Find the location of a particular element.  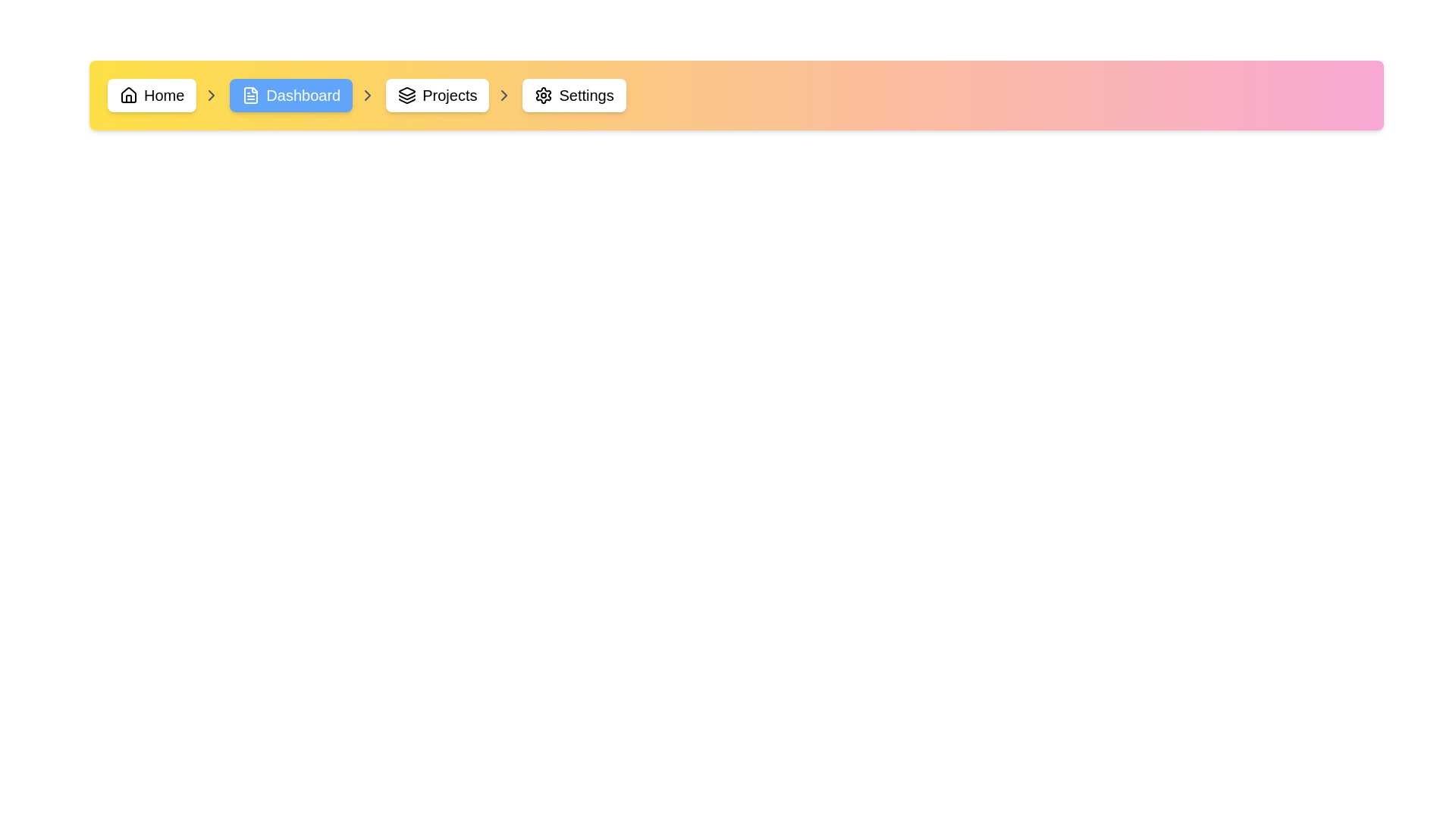

the 'Home' navigation button located at the top-left of the breadcrumb navigation bar for keyboard navigation is located at coordinates (164, 96).